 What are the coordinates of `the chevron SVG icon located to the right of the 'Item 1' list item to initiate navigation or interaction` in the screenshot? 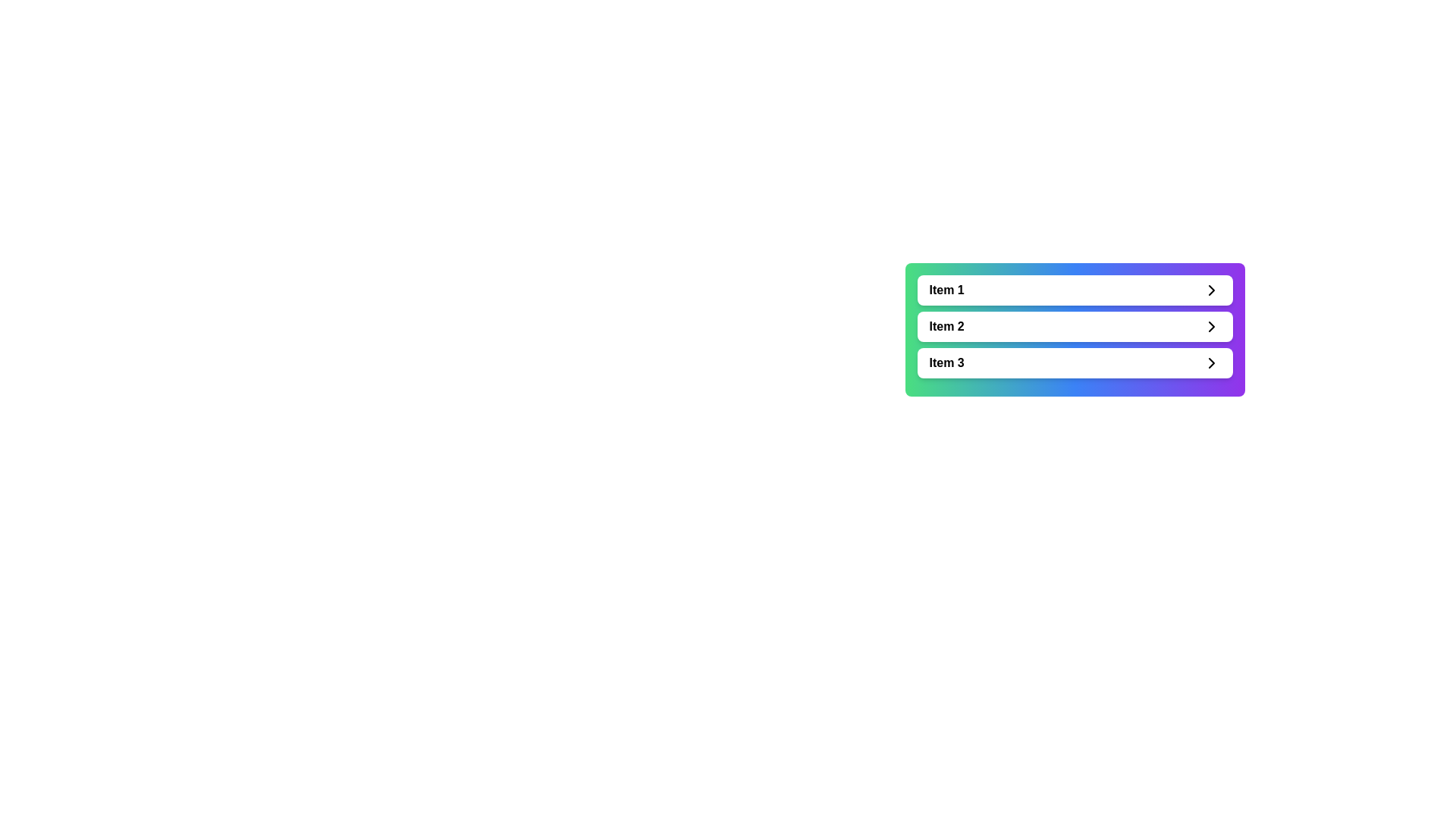 It's located at (1210, 290).